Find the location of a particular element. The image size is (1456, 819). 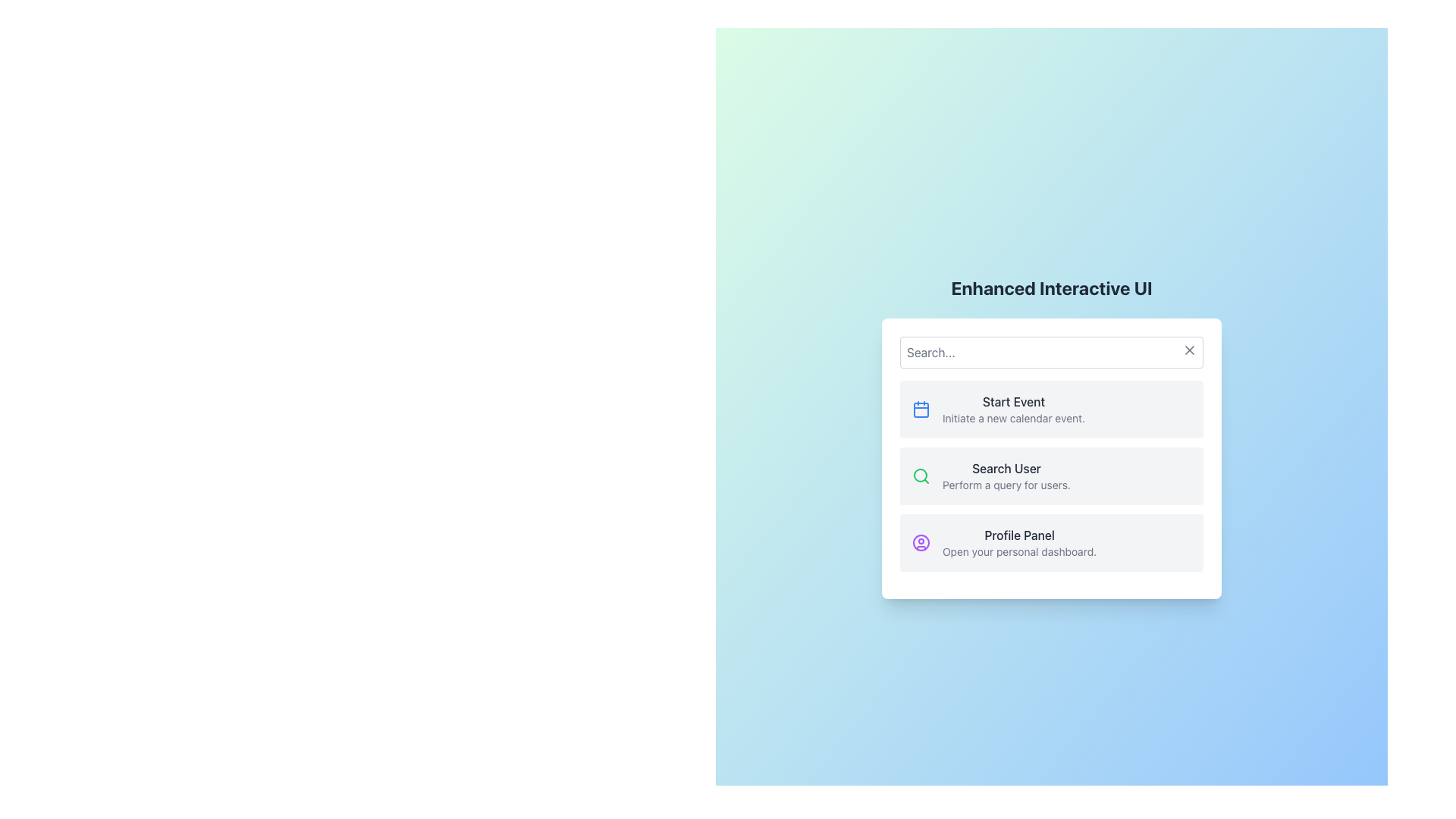

the 'Profile Panel' text label which indicates a specific feature within the interactive list in the white panel on a blue gradient background is located at coordinates (1019, 534).